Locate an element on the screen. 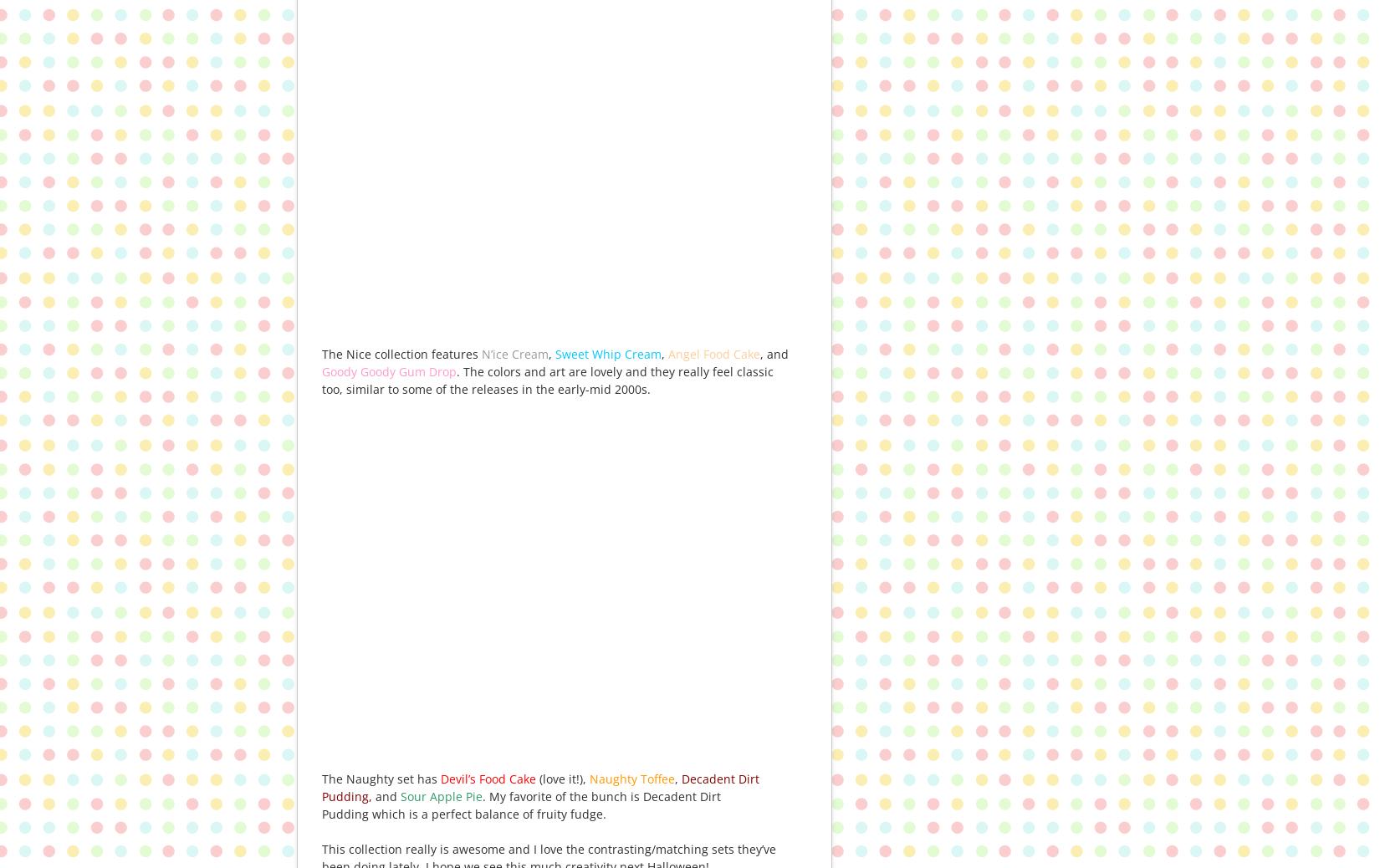 The width and height of the screenshot is (1380, 868). 'Angel Food Cake' is located at coordinates (714, 353).